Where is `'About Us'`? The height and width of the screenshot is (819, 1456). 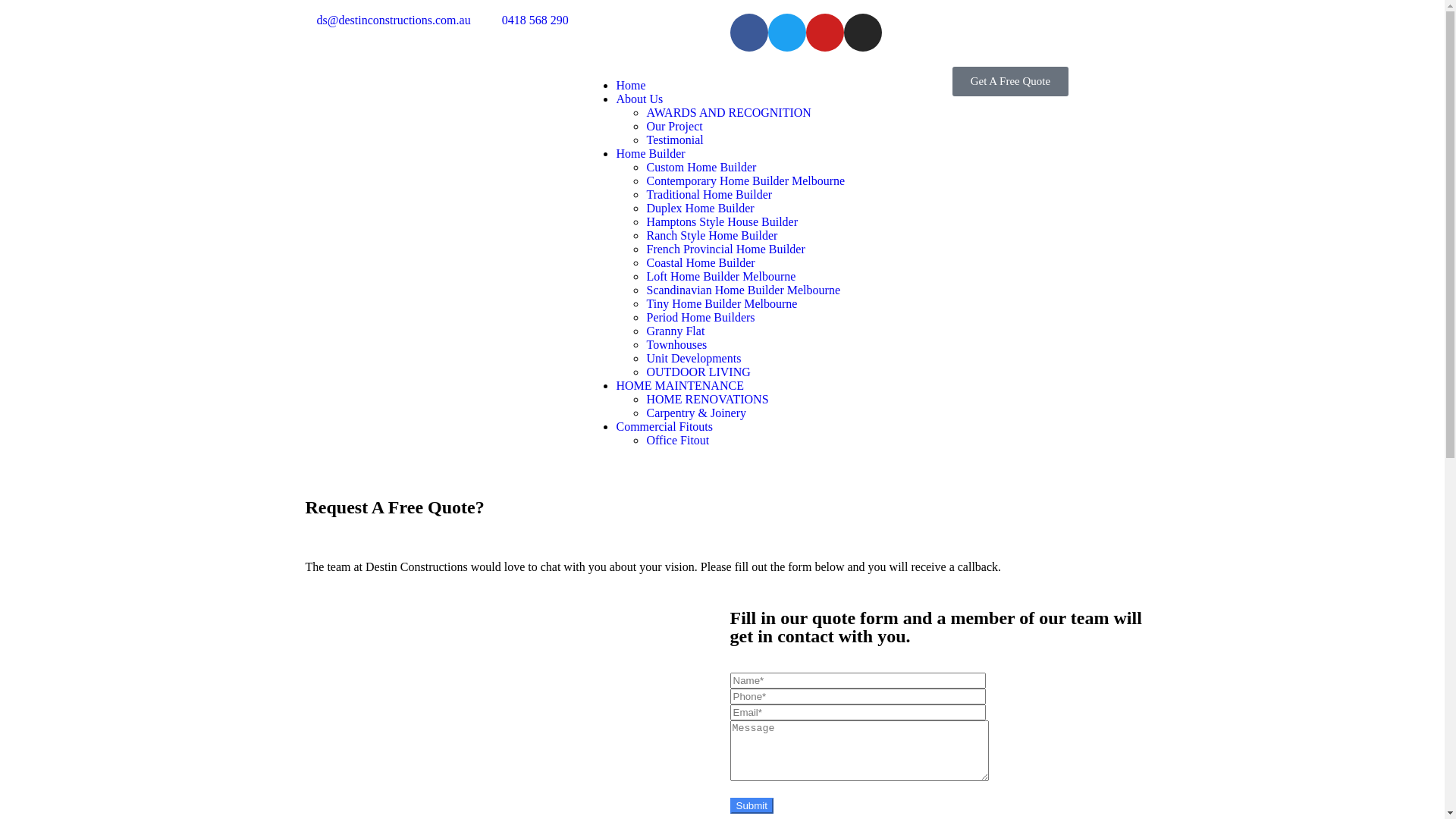
'About Us' is located at coordinates (615, 99).